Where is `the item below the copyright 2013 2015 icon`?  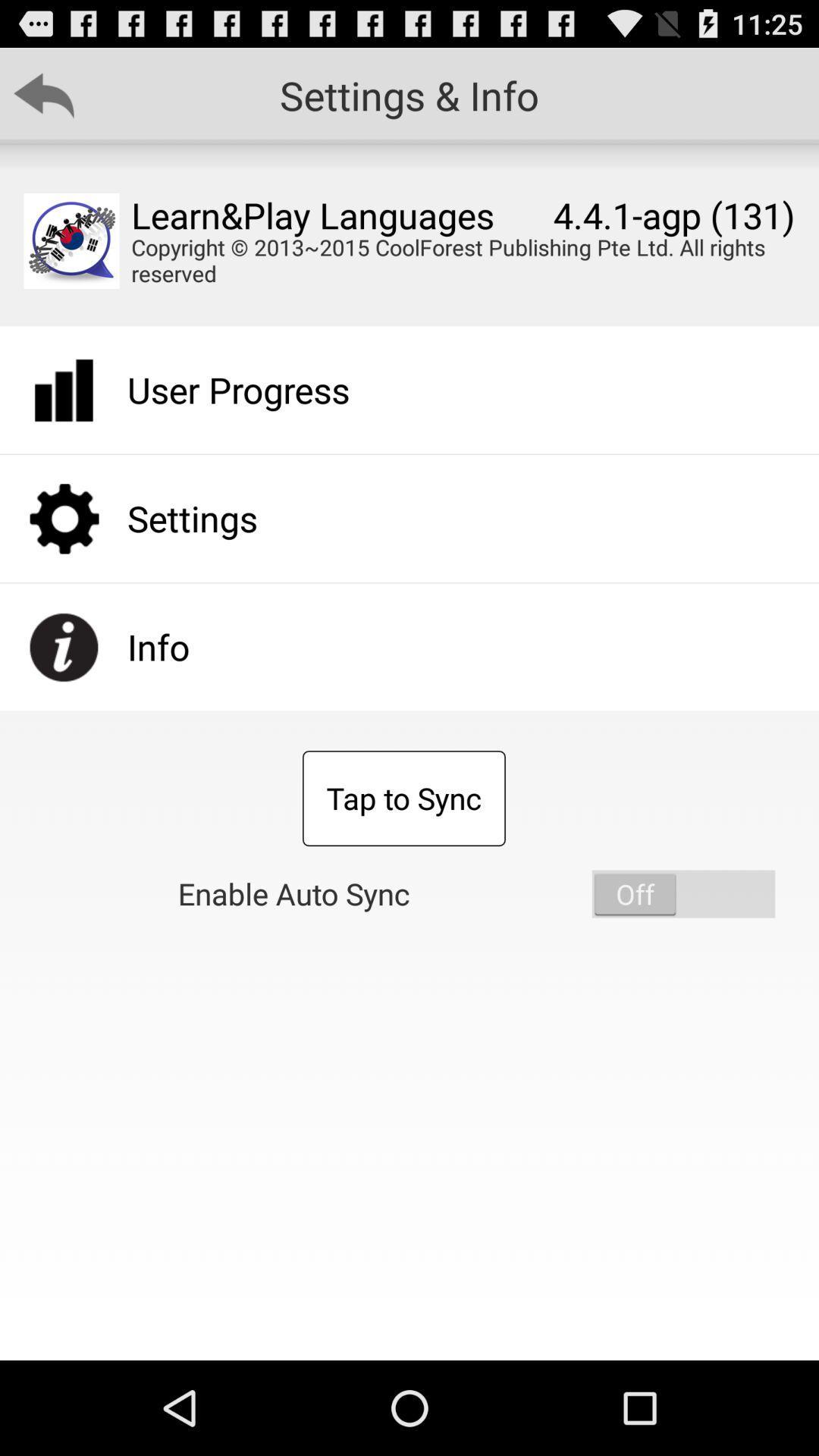 the item below the copyright 2013 2015 icon is located at coordinates (683, 894).